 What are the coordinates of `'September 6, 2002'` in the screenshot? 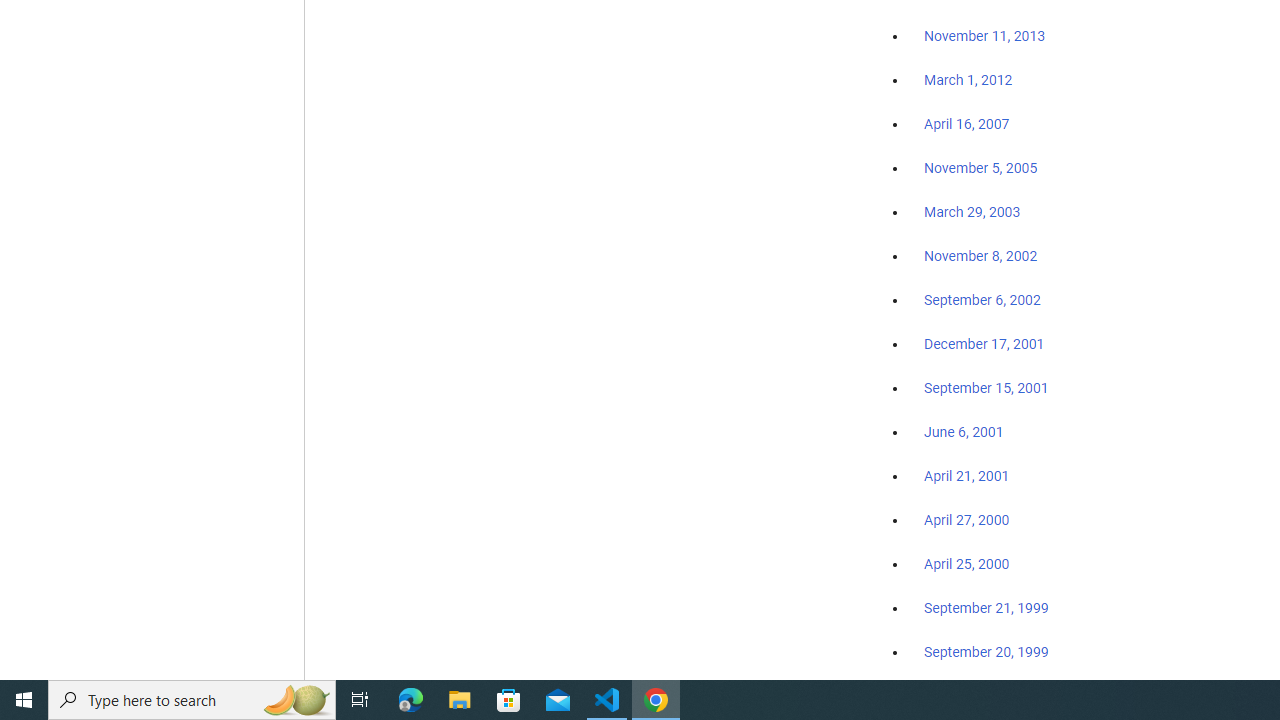 It's located at (982, 299).